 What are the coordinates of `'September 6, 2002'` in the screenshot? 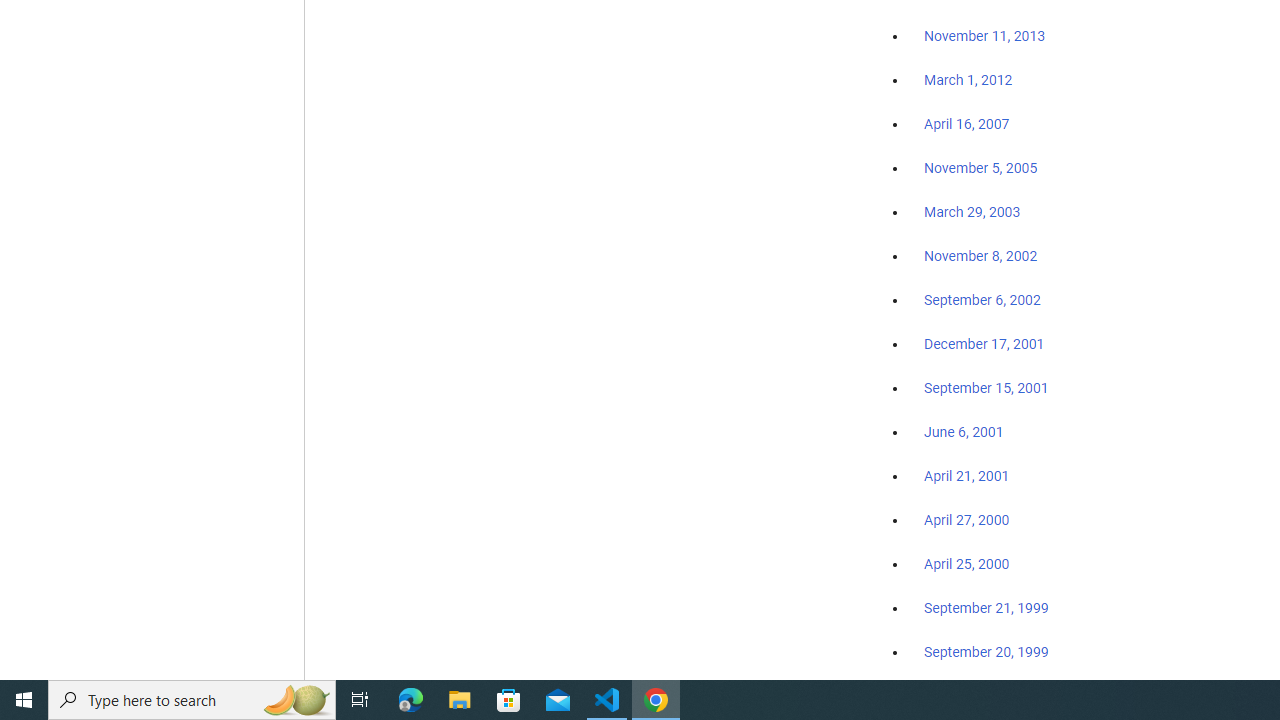 It's located at (982, 299).